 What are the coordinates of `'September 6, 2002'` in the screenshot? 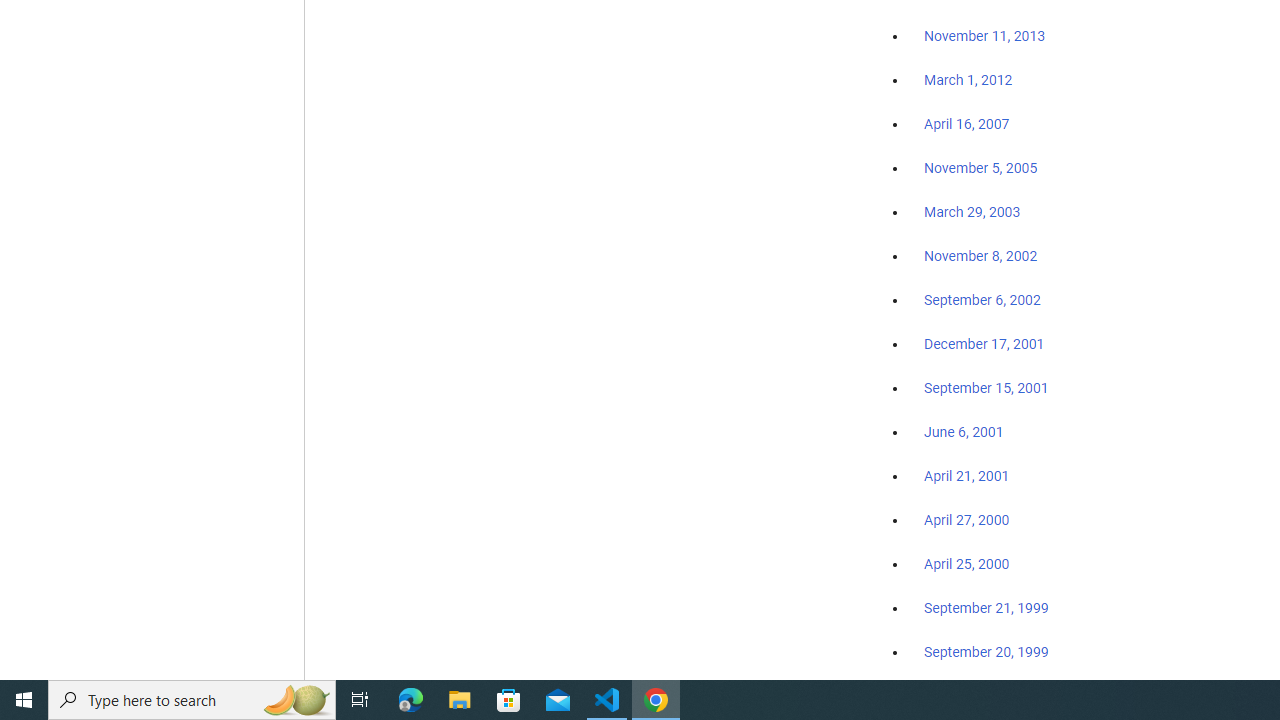 It's located at (982, 299).